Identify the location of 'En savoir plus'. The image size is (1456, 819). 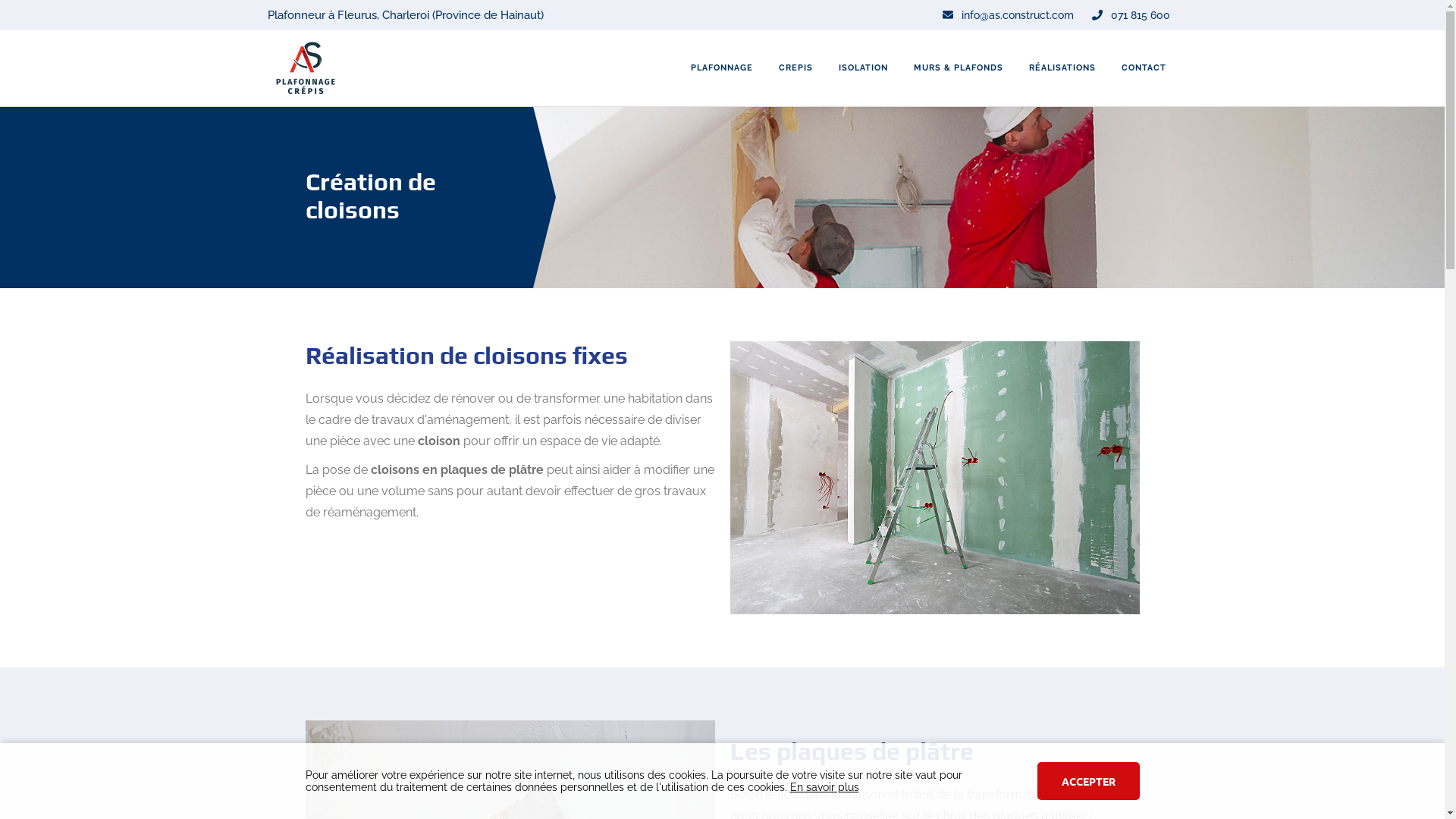
(824, 786).